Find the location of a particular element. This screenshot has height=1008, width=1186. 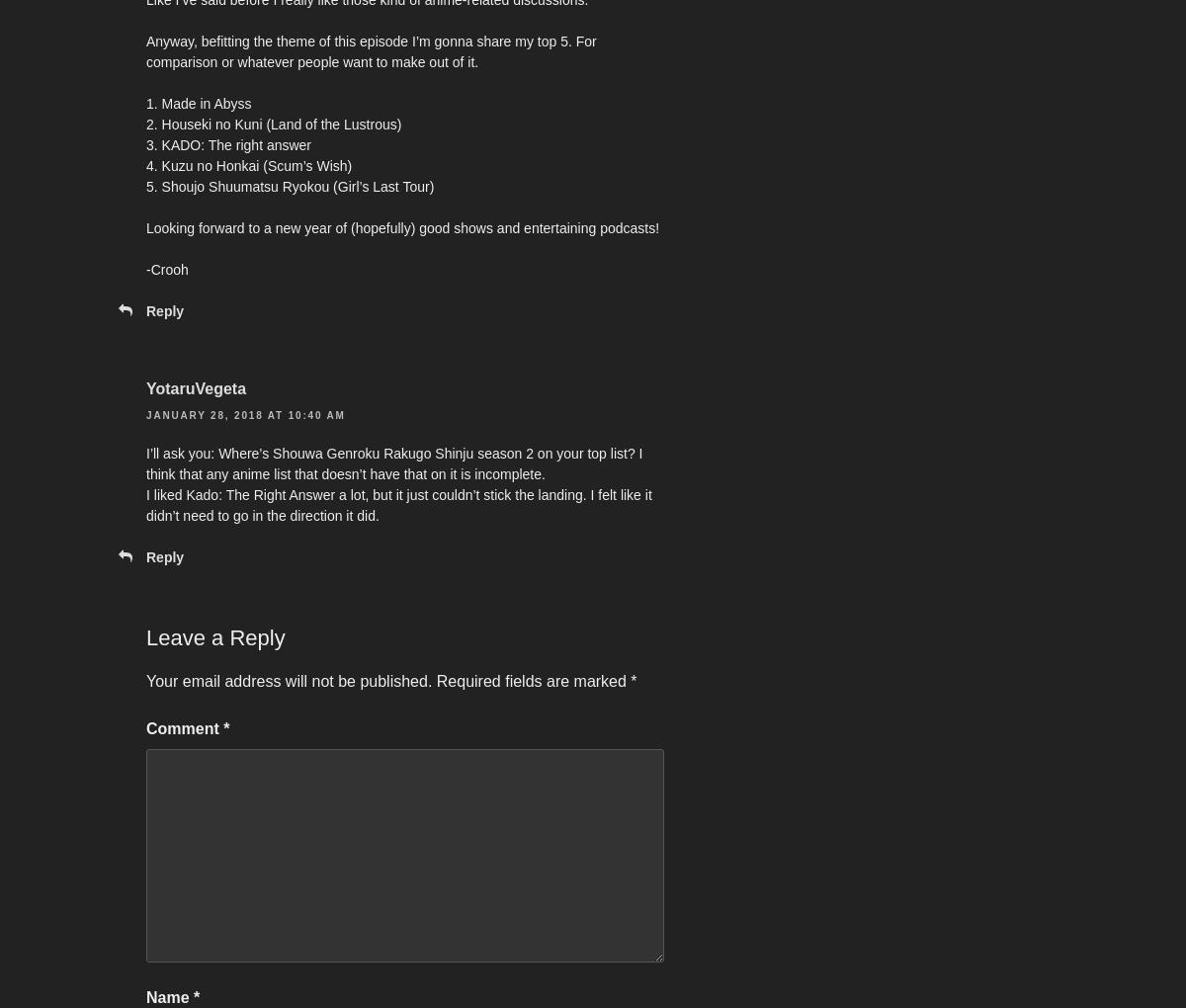

'Your email address will not be published.' is located at coordinates (288, 679).